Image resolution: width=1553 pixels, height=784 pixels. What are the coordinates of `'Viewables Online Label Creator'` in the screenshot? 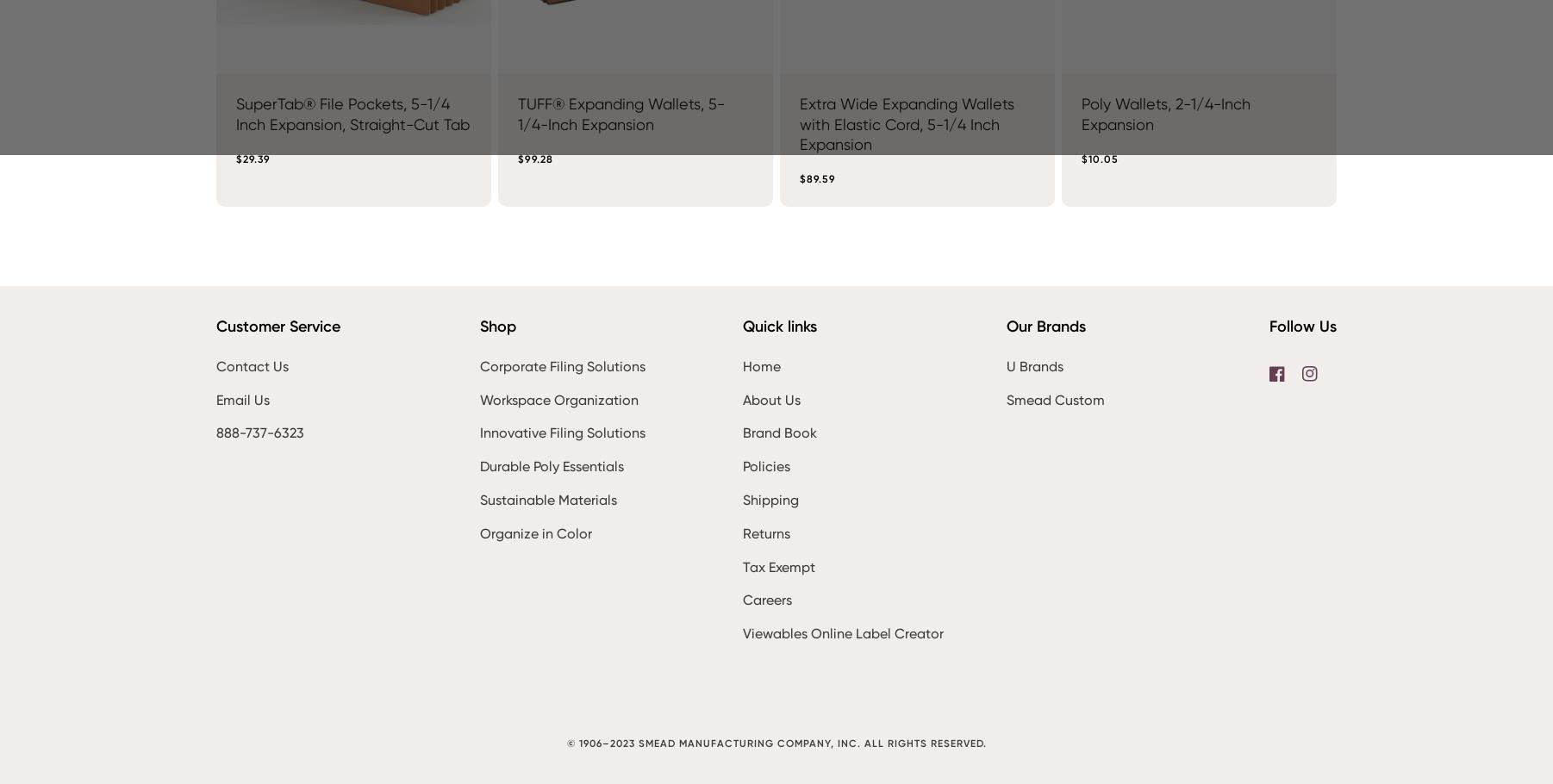 It's located at (842, 632).